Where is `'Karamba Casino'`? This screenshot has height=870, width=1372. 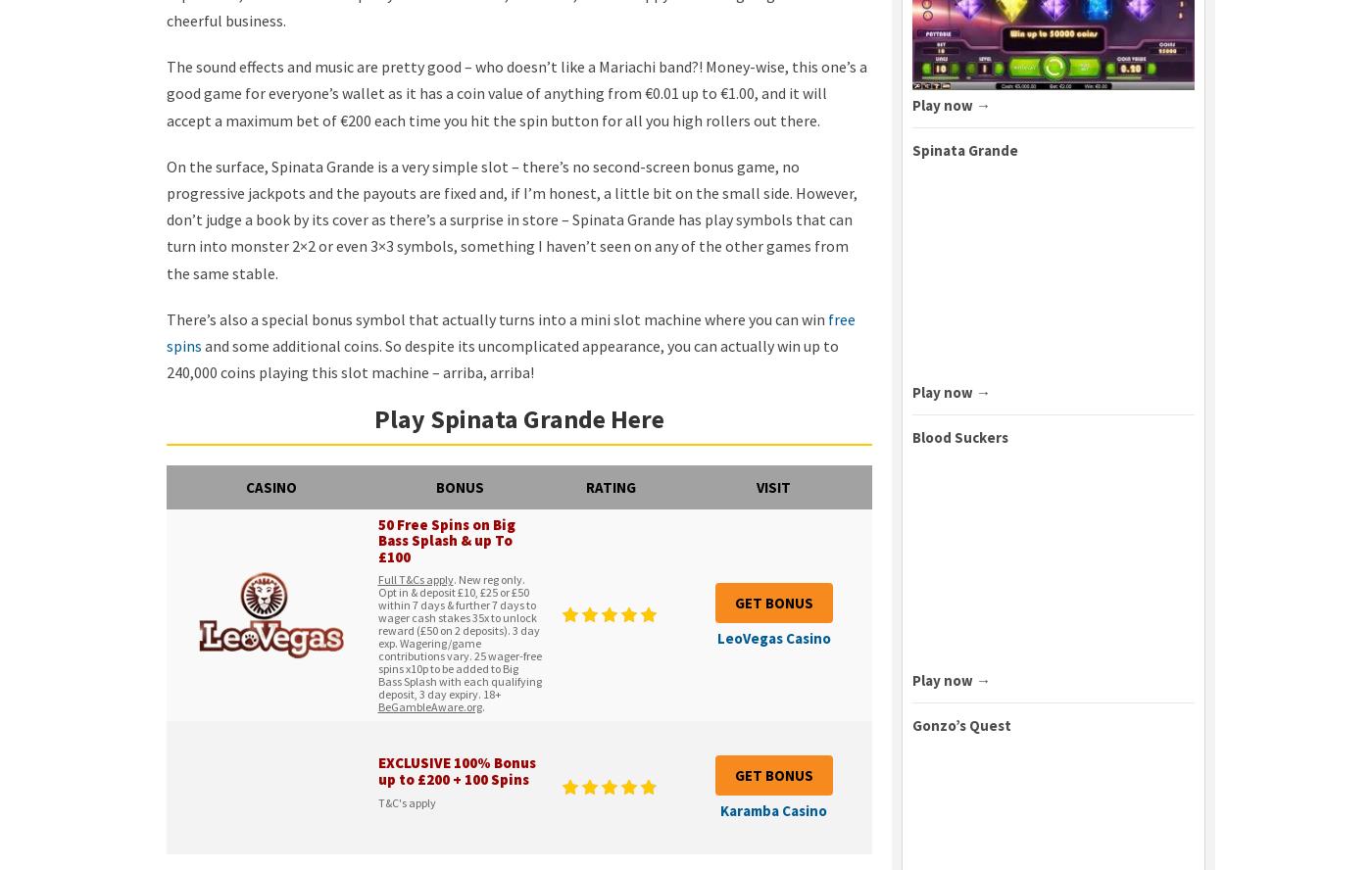 'Karamba Casino' is located at coordinates (773, 810).